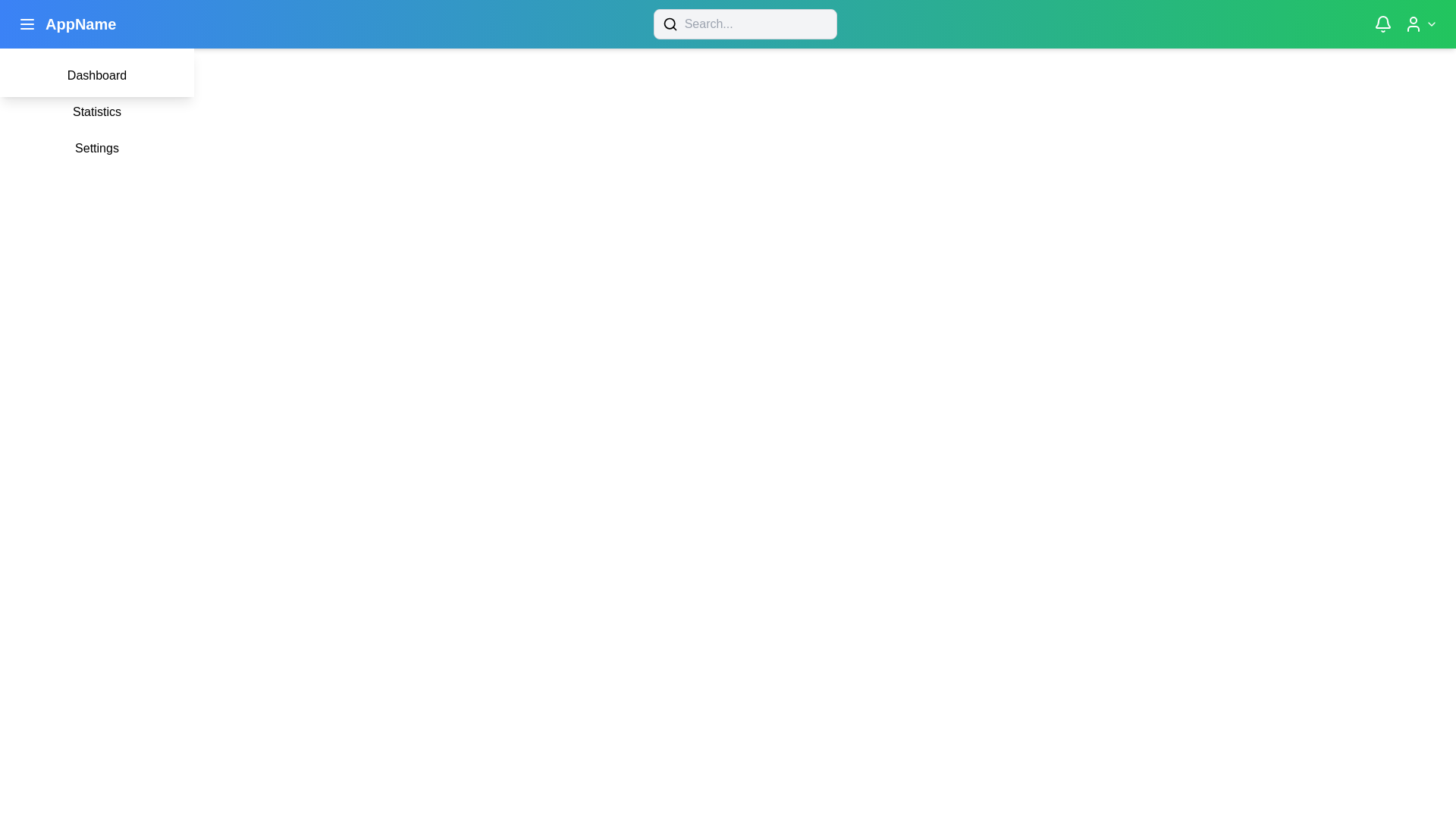 This screenshot has width=1456, height=819. What do you see at coordinates (96, 149) in the screenshot?
I see `the 'Settings' button, which is the third item in a vertical list within a dropdown menu` at bounding box center [96, 149].